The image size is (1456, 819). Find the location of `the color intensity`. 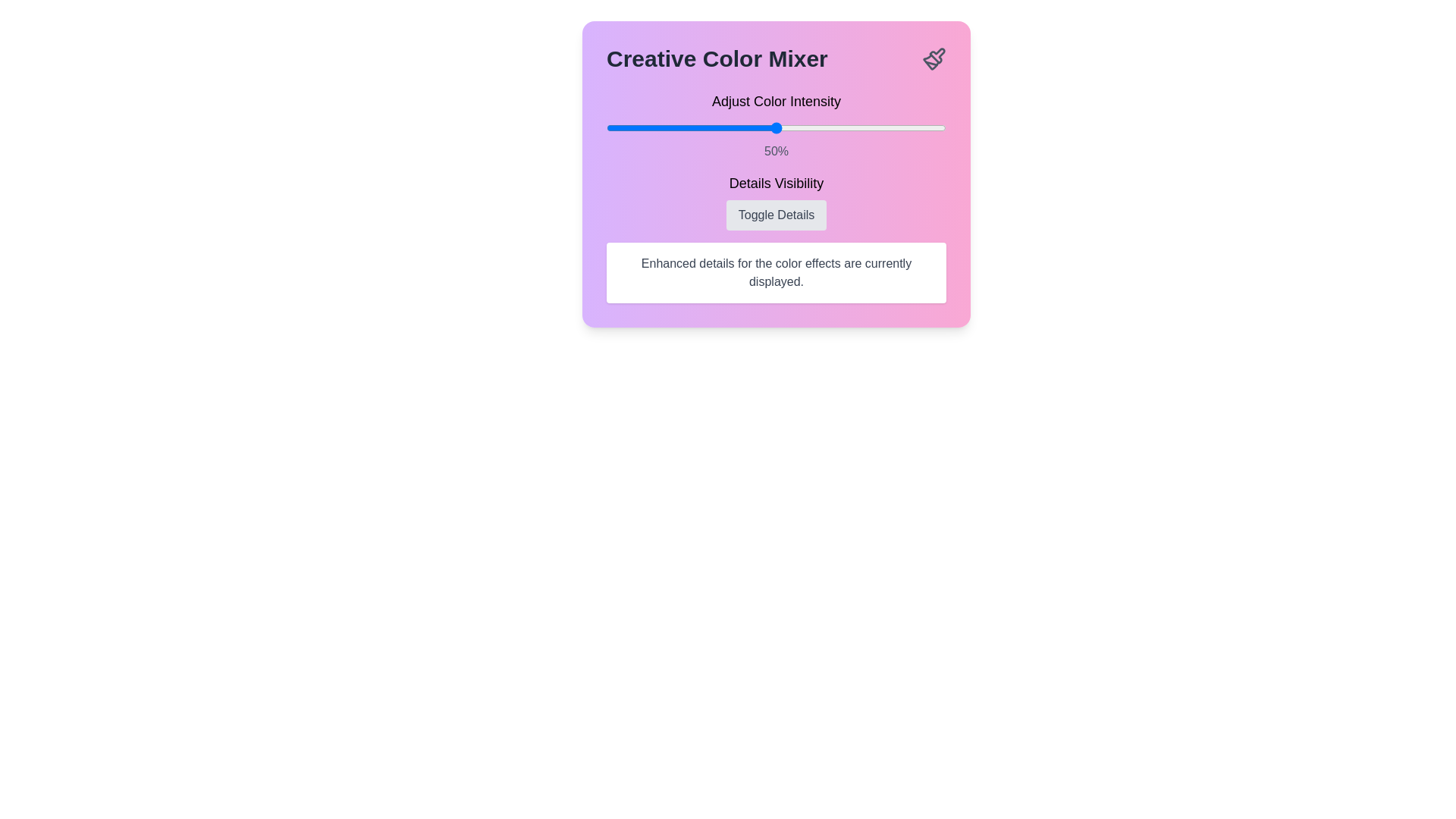

the color intensity is located at coordinates (759, 127).